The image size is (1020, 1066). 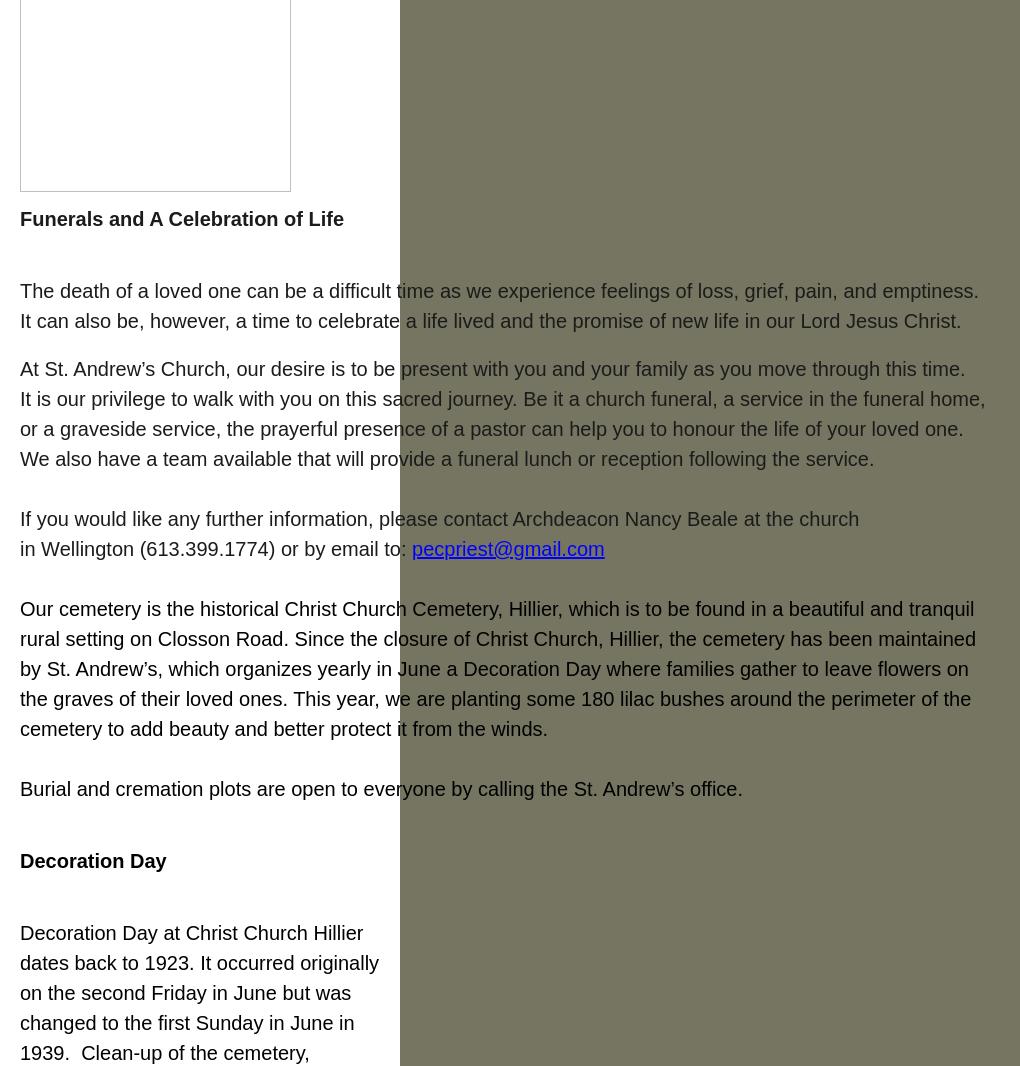 I want to click on 'was changed to the first Sunday in June in 1939.', so click(x=185, y=1023).